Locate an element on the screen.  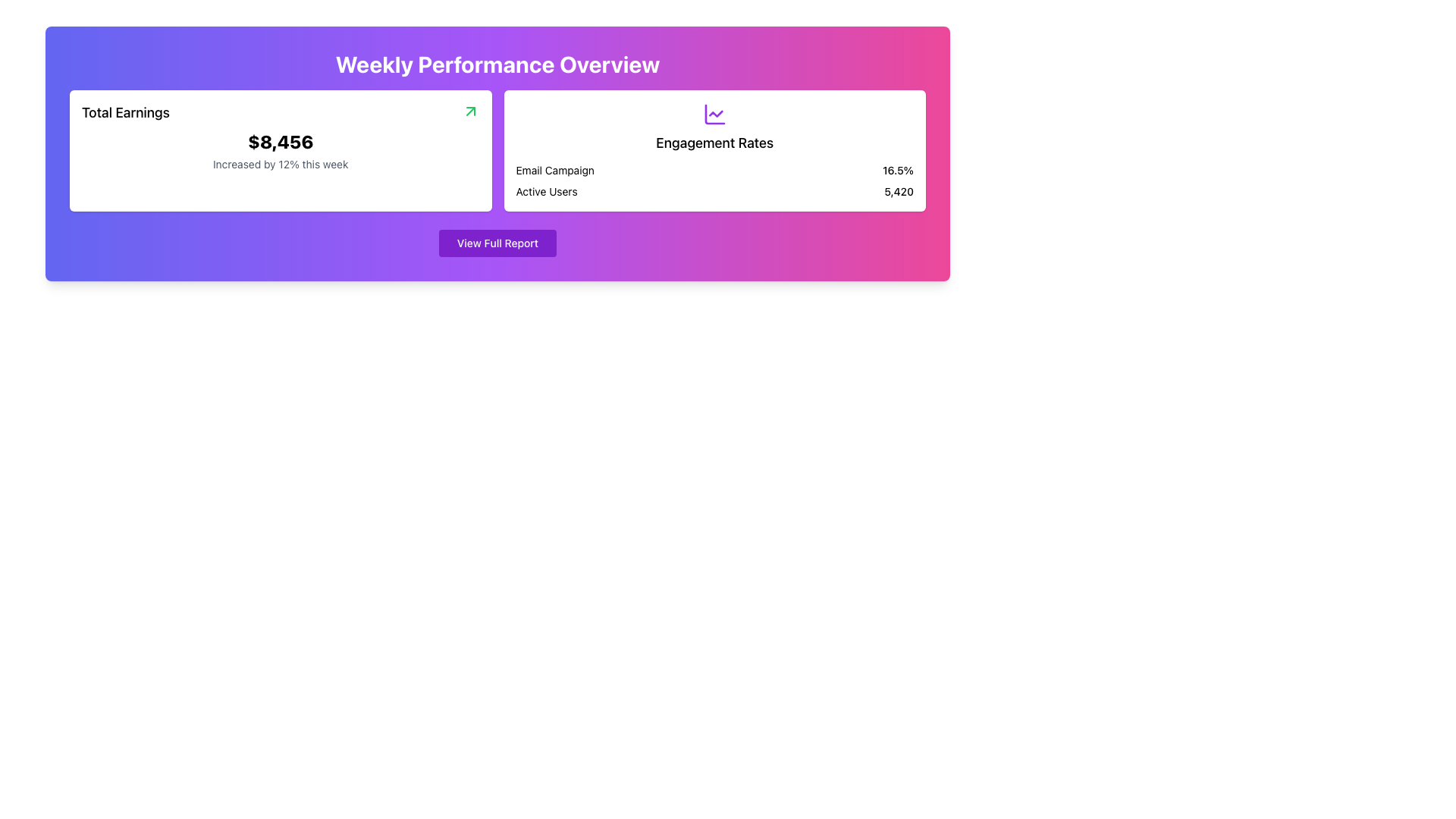
text from the 'Active Users' label, which is styled in a standard sans-serif font and located above the numeric data '5,420' in the 'Engagement Rates' area is located at coordinates (546, 191).